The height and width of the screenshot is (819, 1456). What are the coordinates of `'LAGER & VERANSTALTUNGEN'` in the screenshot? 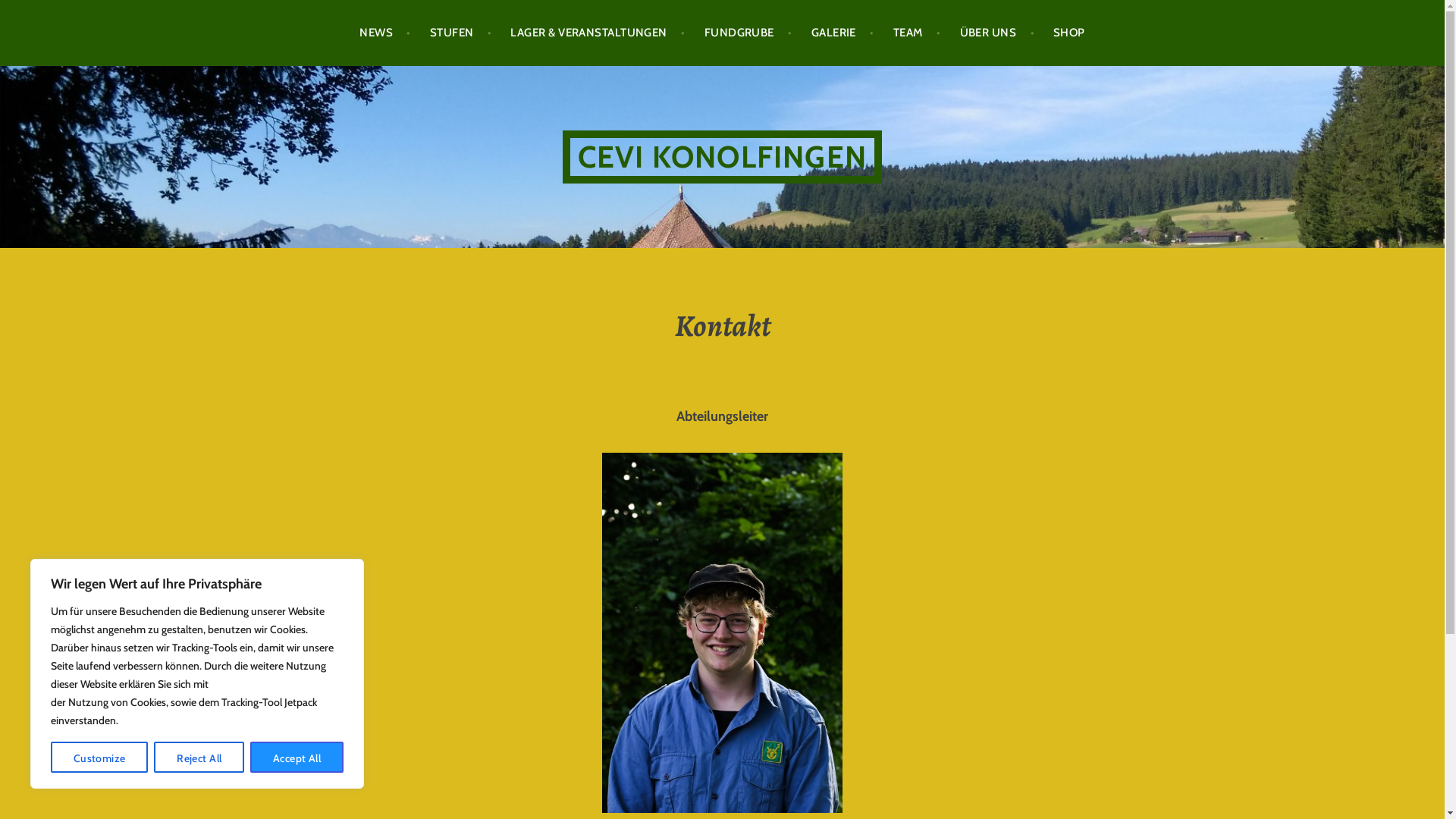 It's located at (596, 33).